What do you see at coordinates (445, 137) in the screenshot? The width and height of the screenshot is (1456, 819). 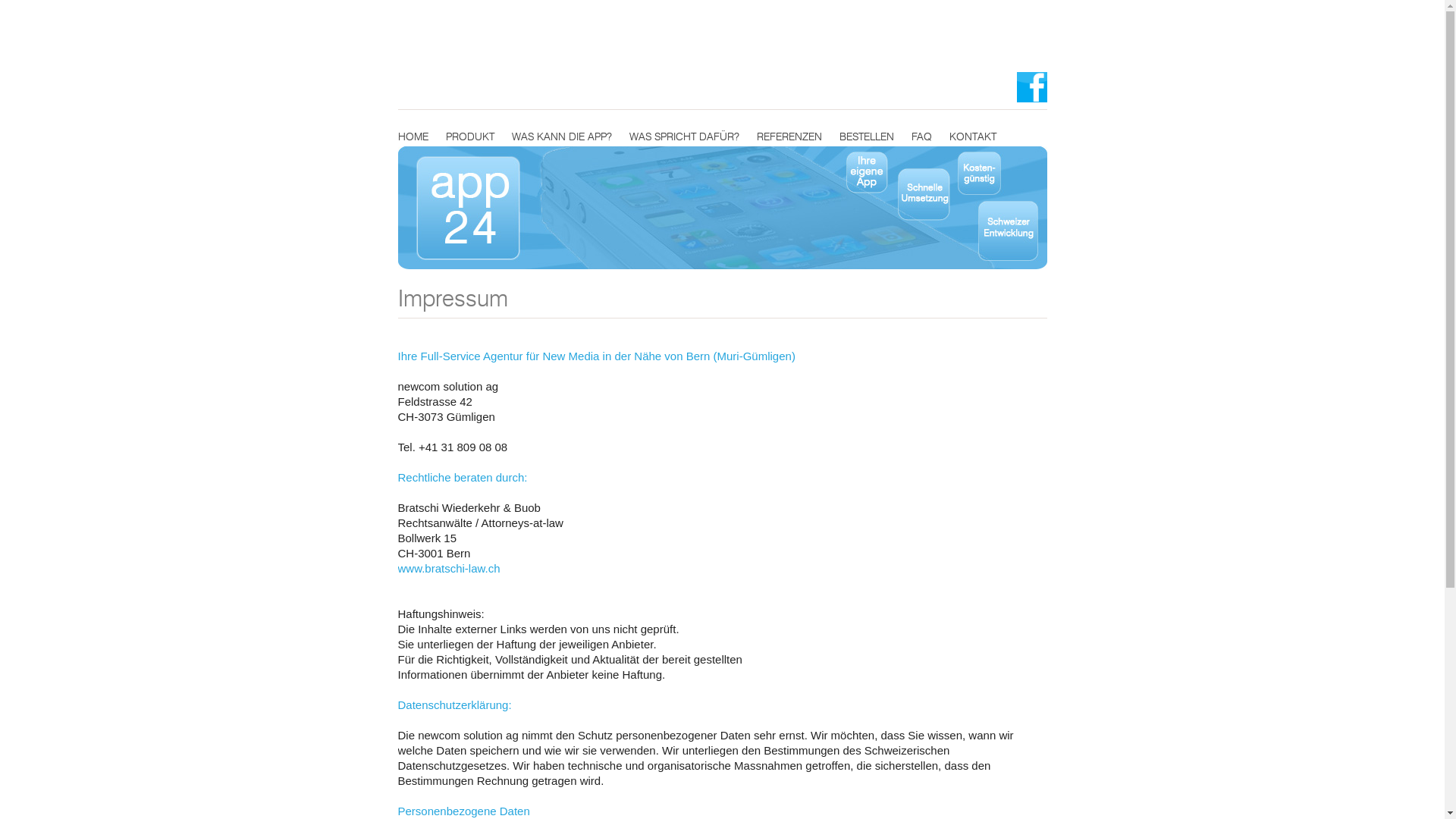 I see `'PRODUKT'` at bounding box center [445, 137].